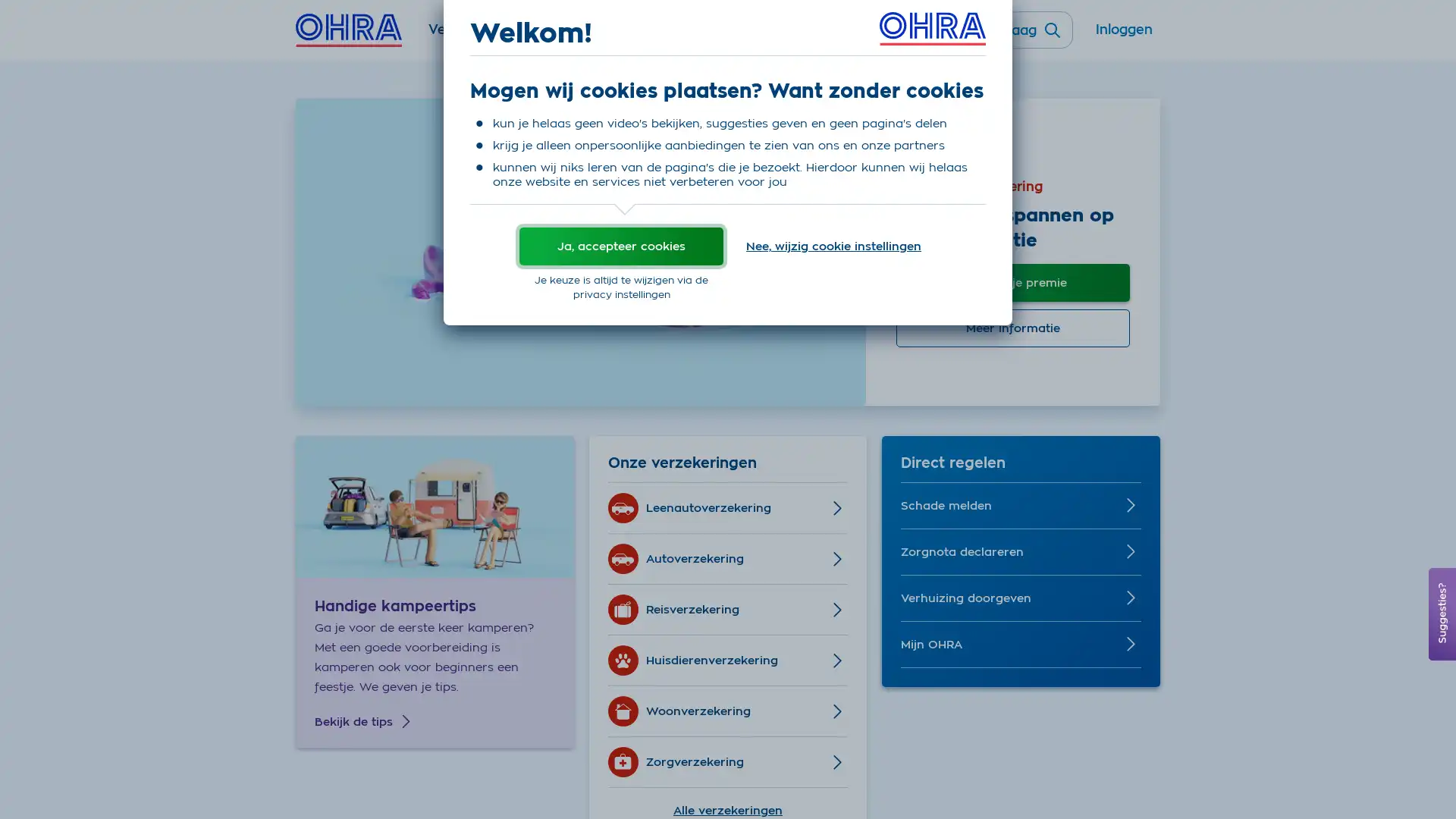 Image resolution: width=1456 pixels, height=819 pixels. I want to click on Inloggen, so click(1124, 36).